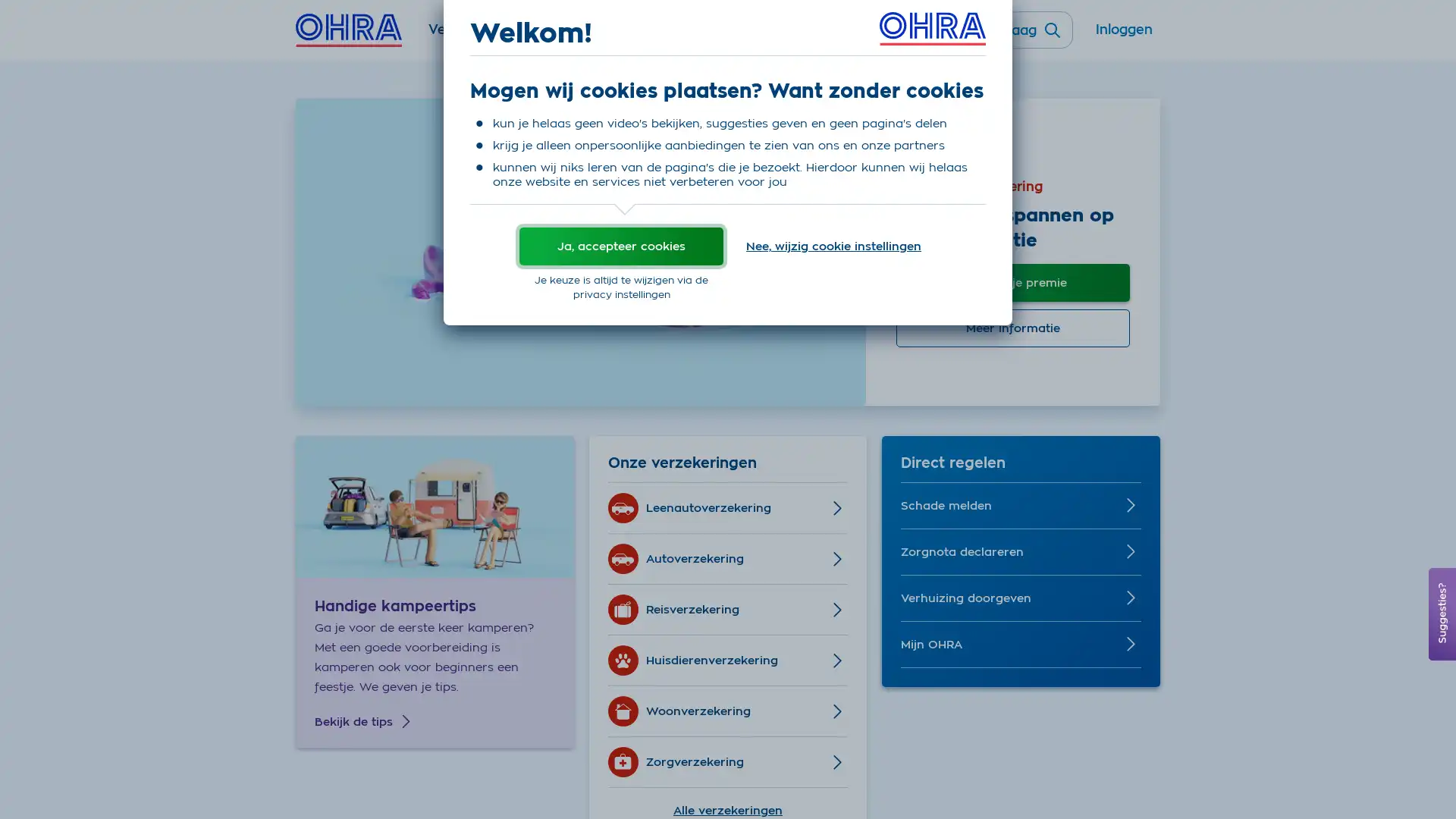 Image resolution: width=1456 pixels, height=819 pixels. I want to click on Inloggen, so click(1124, 36).